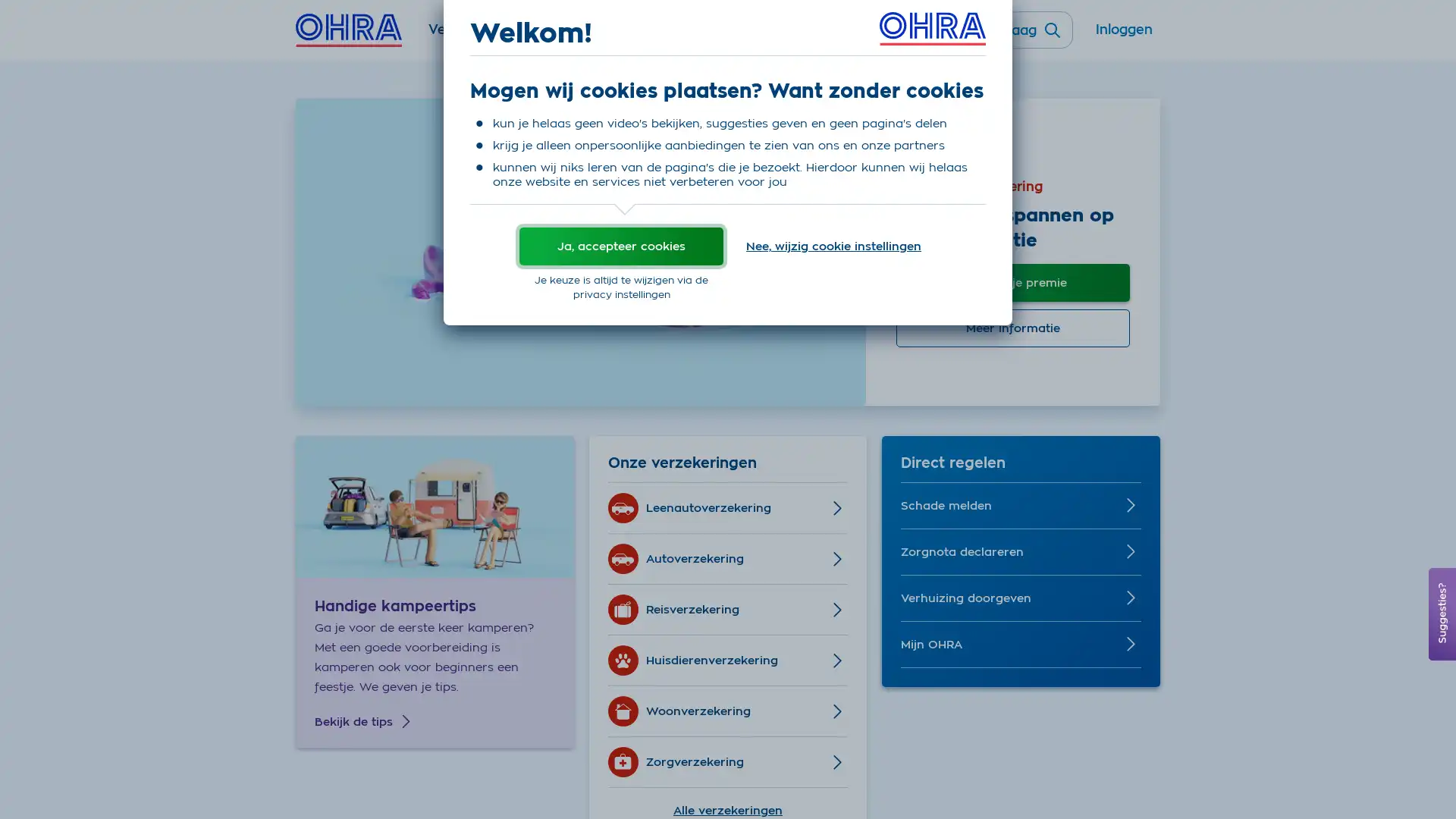 Image resolution: width=1456 pixels, height=819 pixels. I want to click on Inloggen, so click(1124, 36).